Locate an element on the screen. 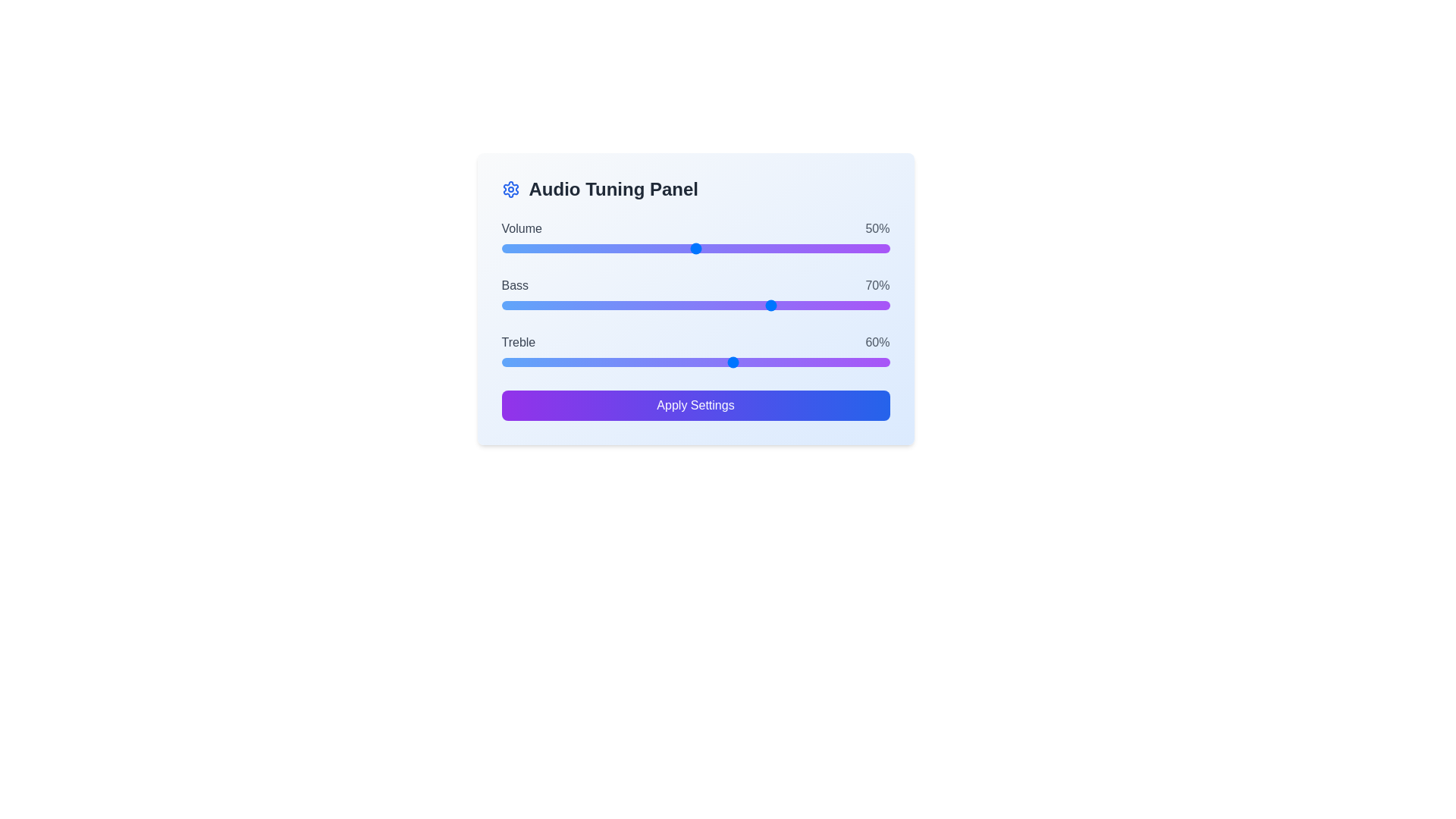 The image size is (1456, 819). the volume slider is located at coordinates (807, 247).